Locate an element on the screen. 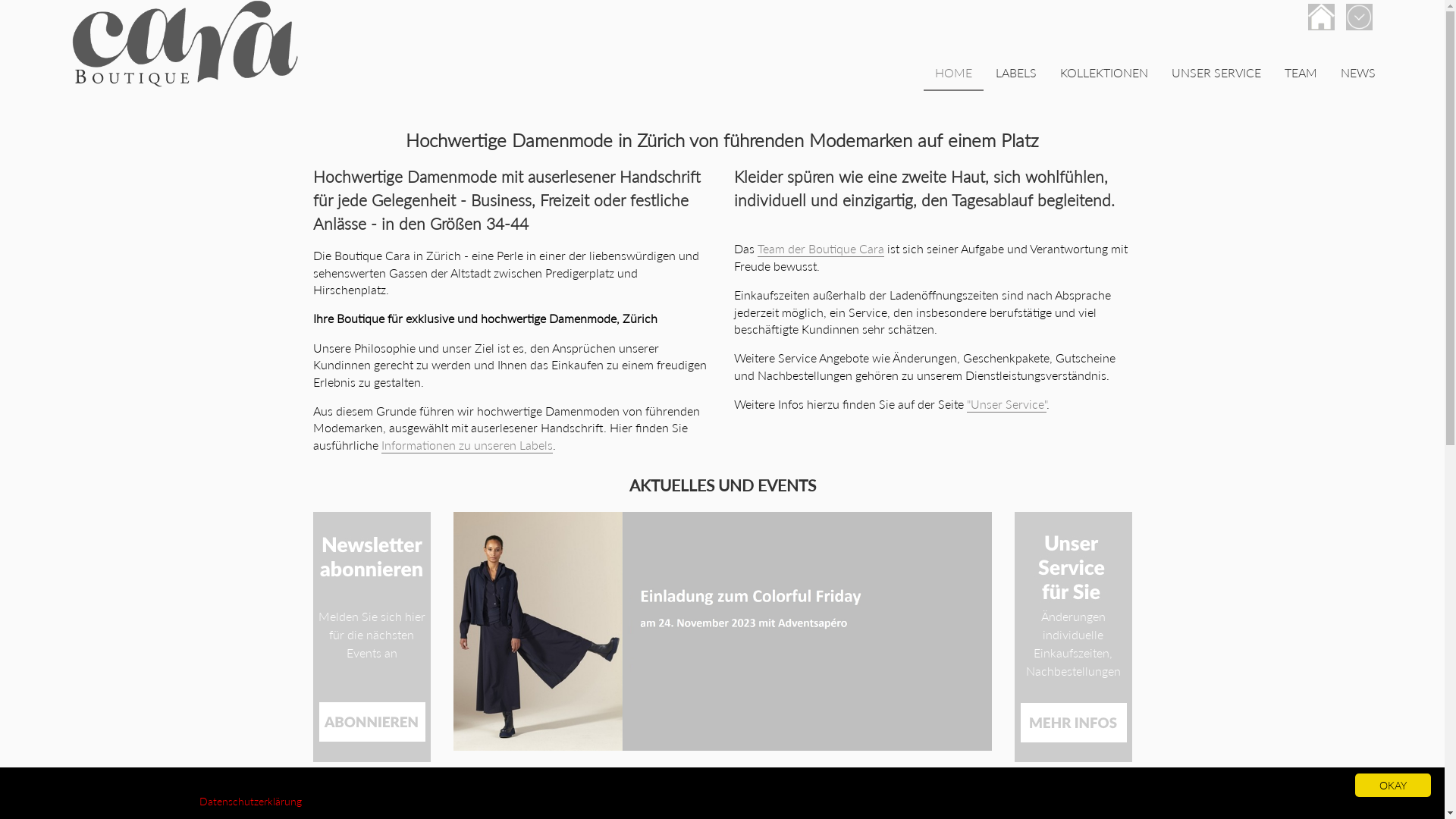 The height and width of the screenshot is (819, 1456). 'Kontakt, Anfahrt' is located at coordinates (1320, 17).